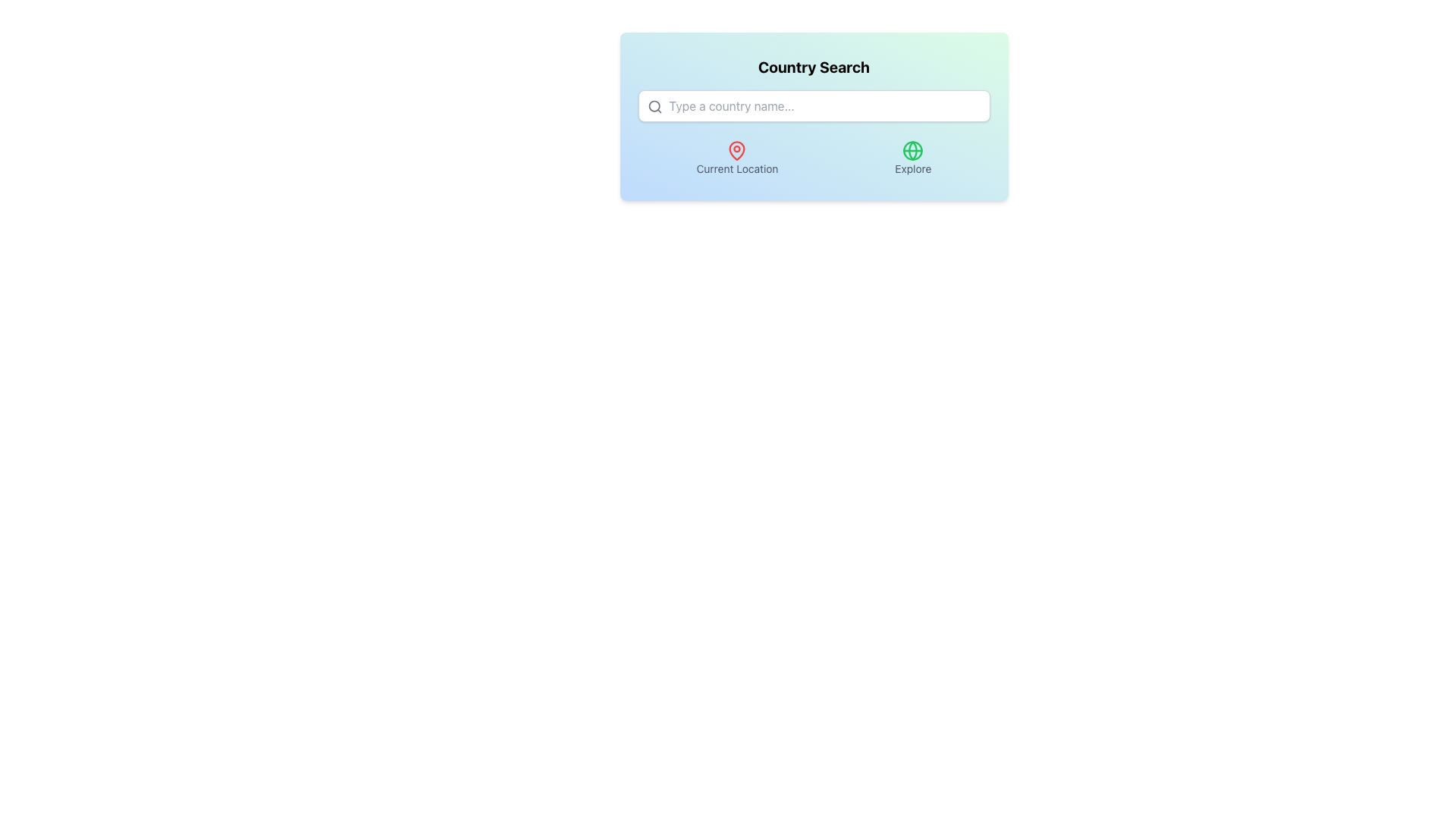  What do you see at coordinates (654, 106) in the screenshot?
I see `the small magnifying glass icon located at the left side of the search input box, which is aligned with the placeholder text 'Type a country name...'` at bounding box center [654, 106].